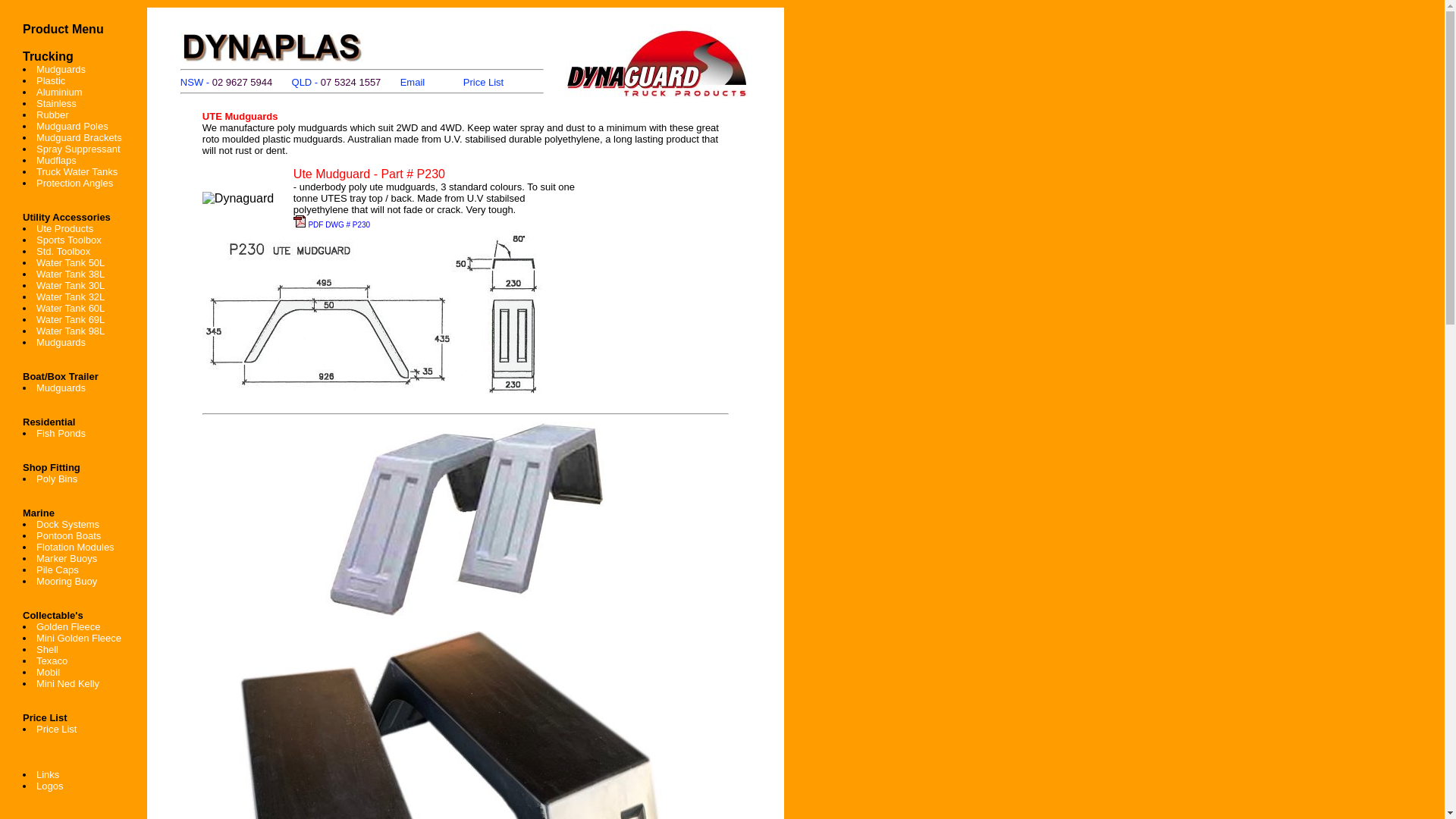 This screenshot has height=819, width=1456. I want to click on 'Pontoon Boats', so click(36, 535).